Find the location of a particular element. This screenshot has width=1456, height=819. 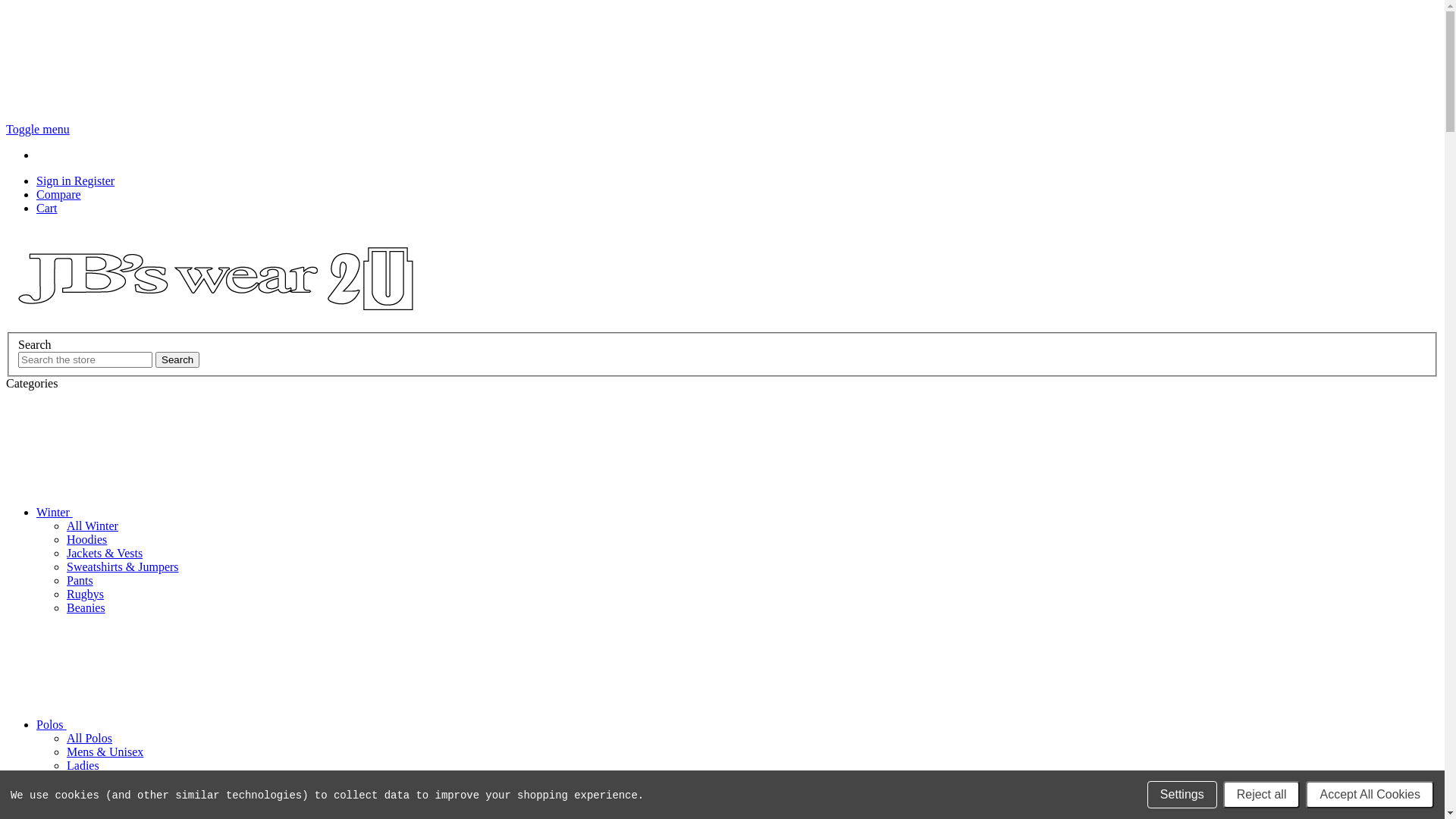

'Sign in' is located at coordinates (55, 180).